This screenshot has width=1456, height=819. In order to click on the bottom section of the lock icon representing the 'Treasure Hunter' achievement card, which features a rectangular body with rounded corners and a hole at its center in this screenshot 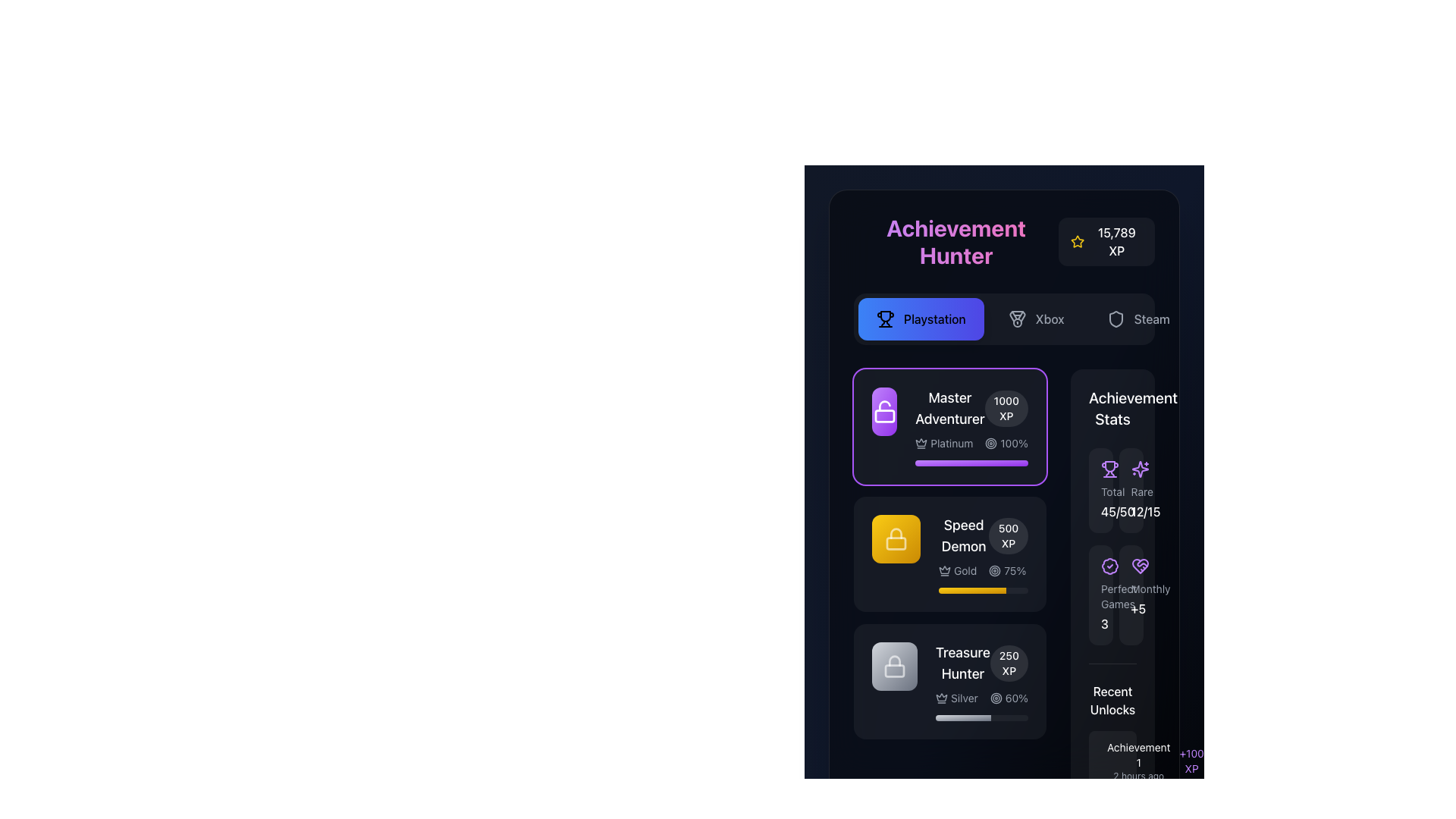, I will do `click(895, 670)`.